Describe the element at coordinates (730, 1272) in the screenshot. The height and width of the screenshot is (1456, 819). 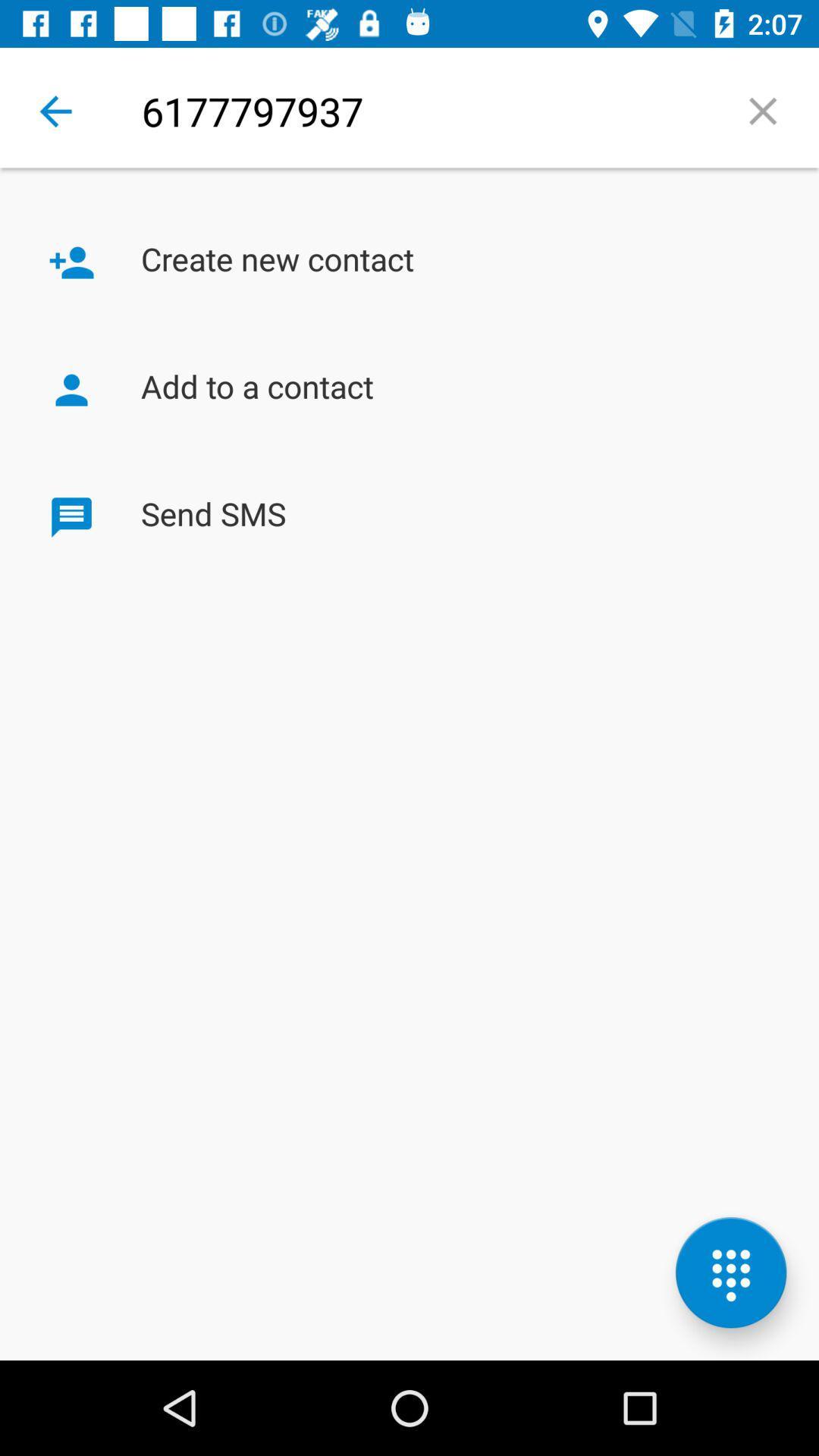
I see `the dialpad icon` at that location.